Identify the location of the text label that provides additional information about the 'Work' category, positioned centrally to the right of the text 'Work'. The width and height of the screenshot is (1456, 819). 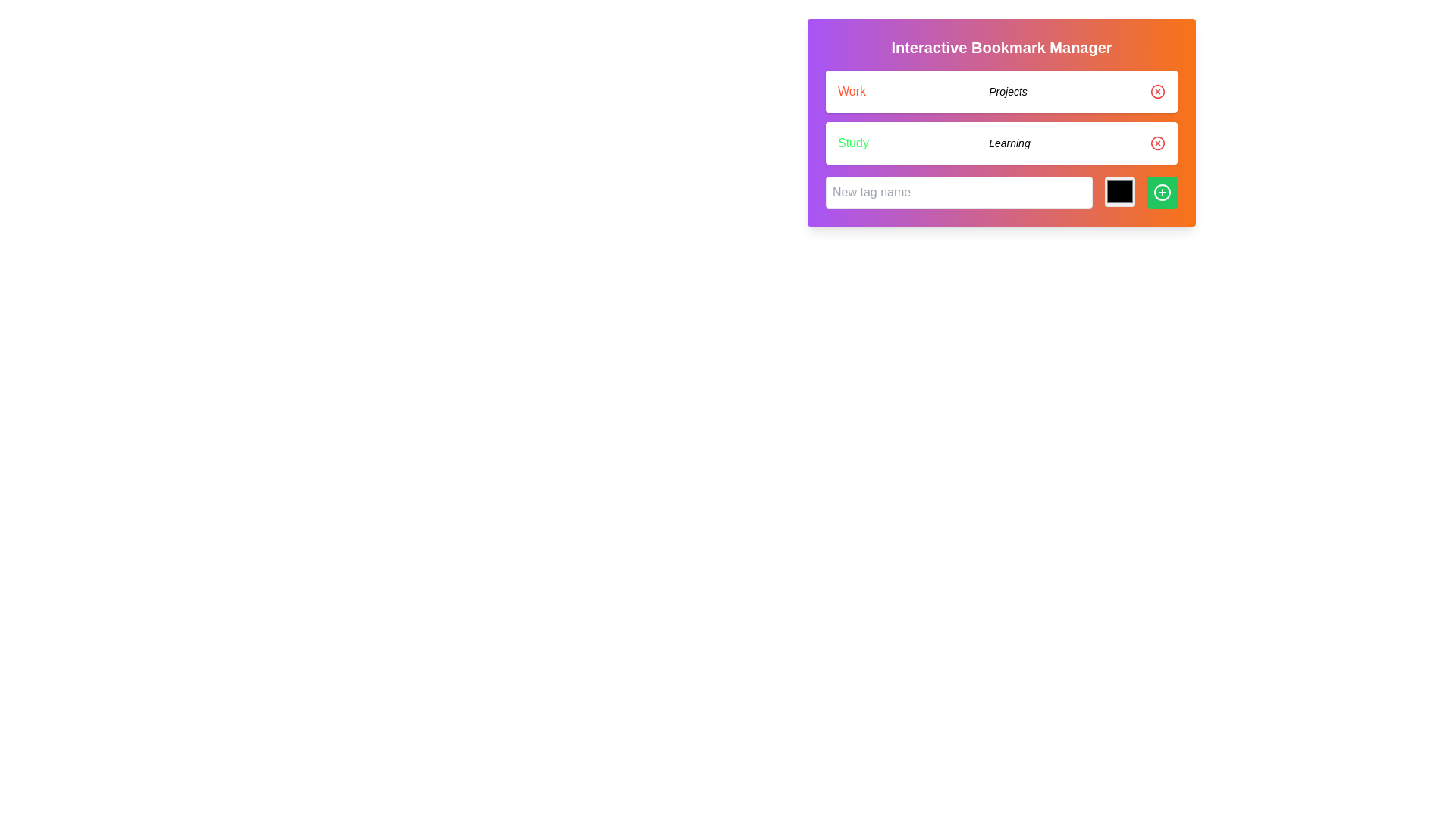
(1008, 91).